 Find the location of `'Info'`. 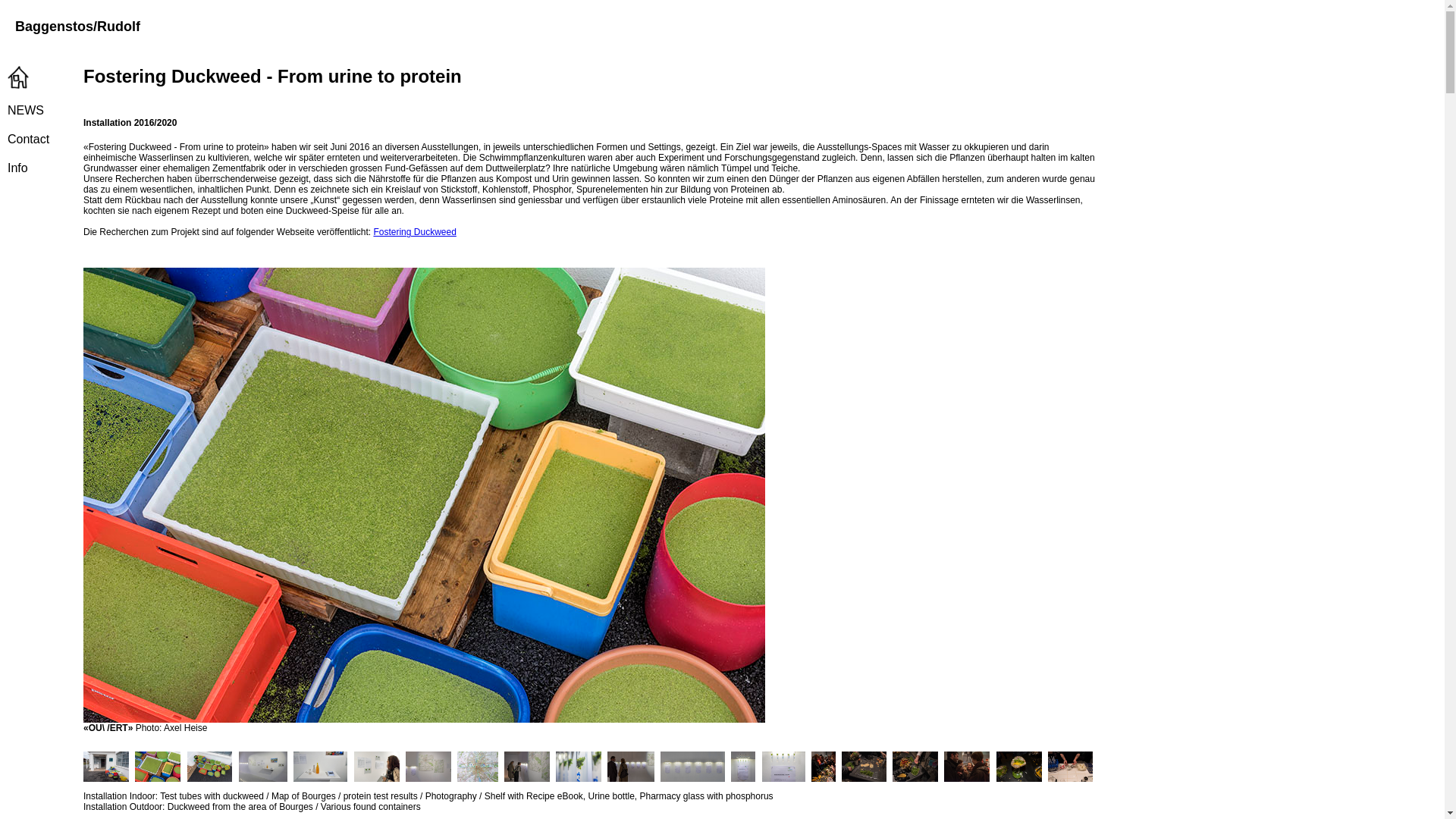

'Info' is located at coordinates (17, 168).